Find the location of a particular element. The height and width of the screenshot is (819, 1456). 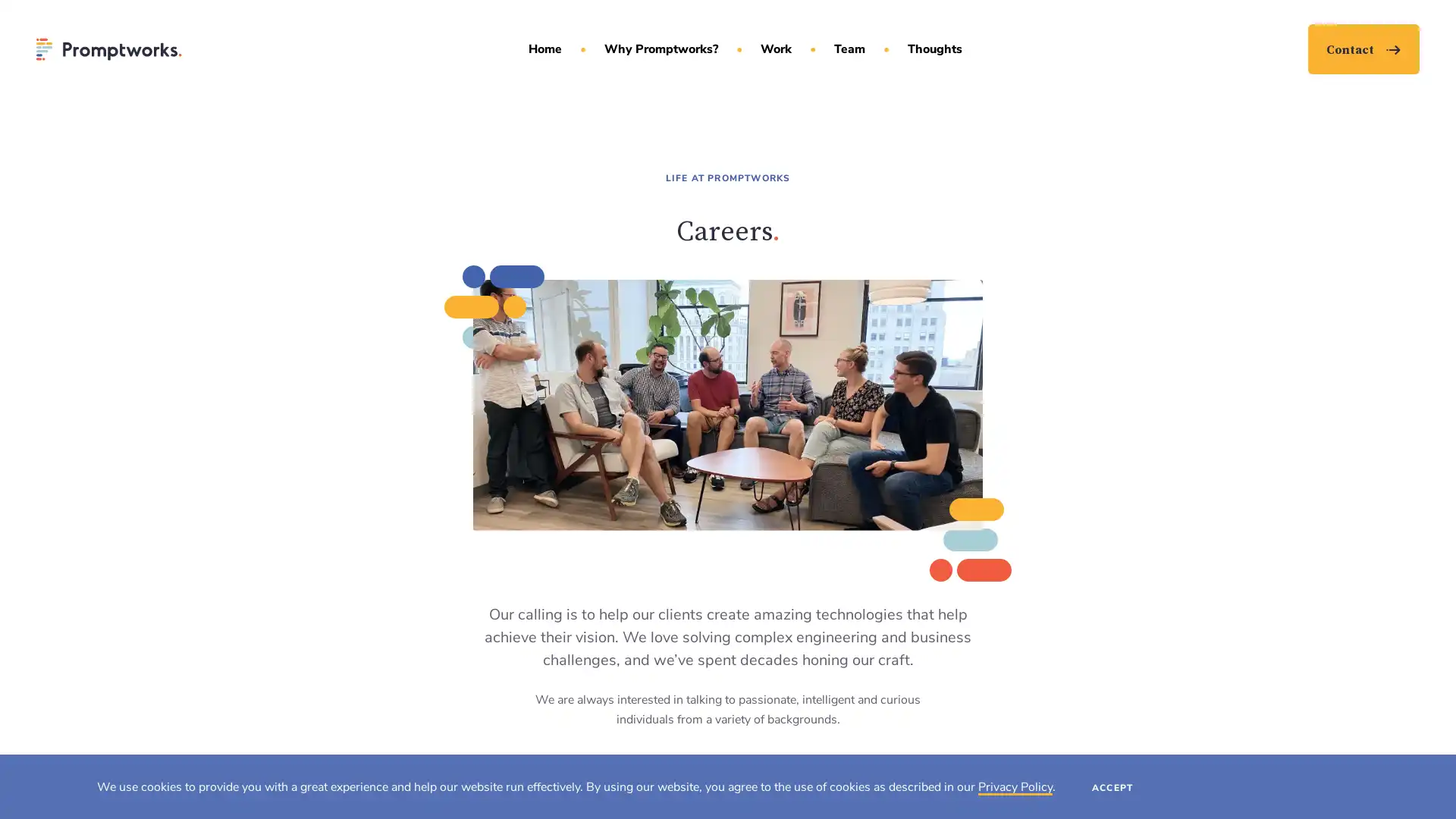

ACCEPT is located at coordinates (1112, 786).